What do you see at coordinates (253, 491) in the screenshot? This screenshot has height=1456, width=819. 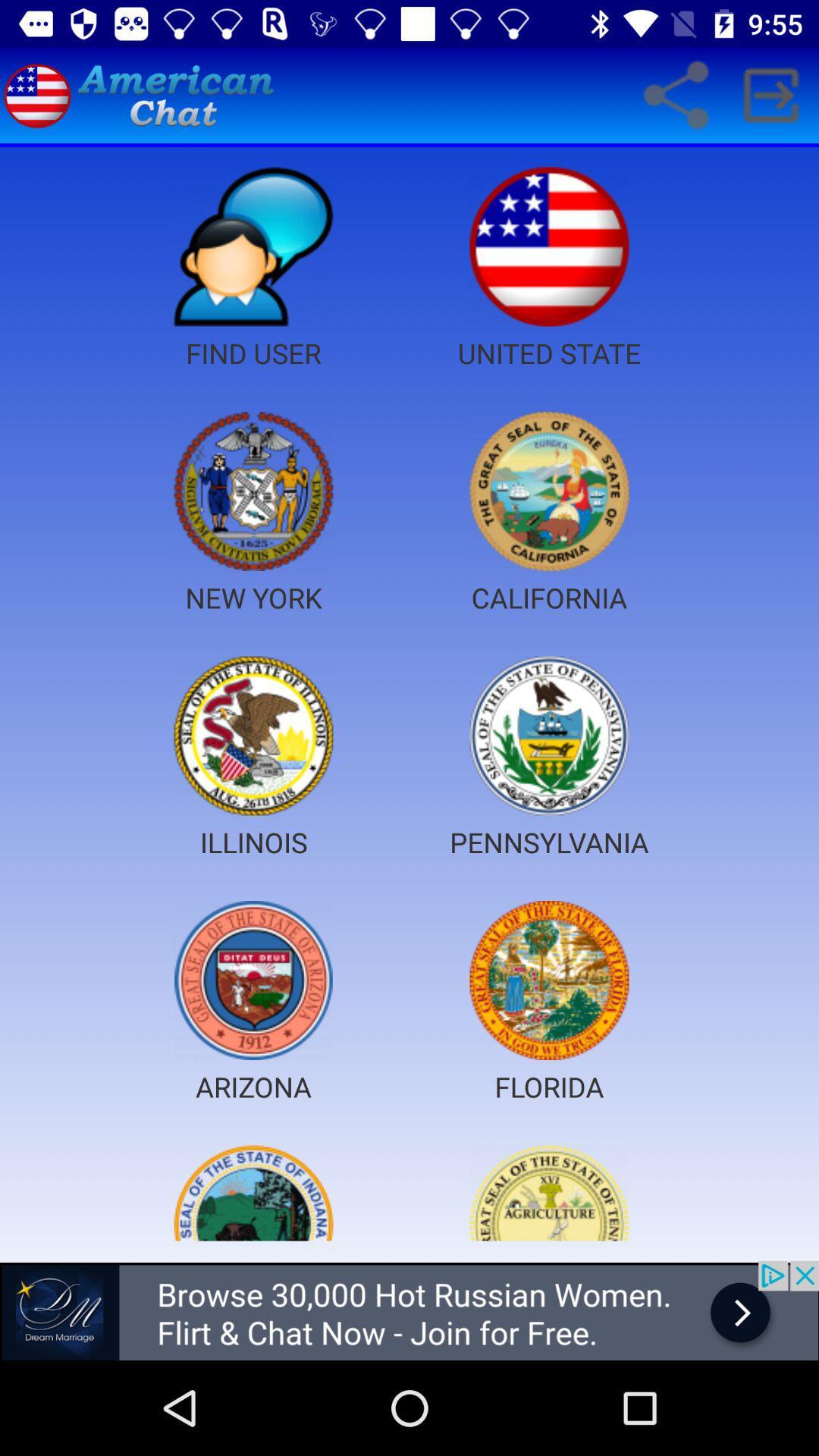 I see `the image above new york` at bounding box center [253, 491].